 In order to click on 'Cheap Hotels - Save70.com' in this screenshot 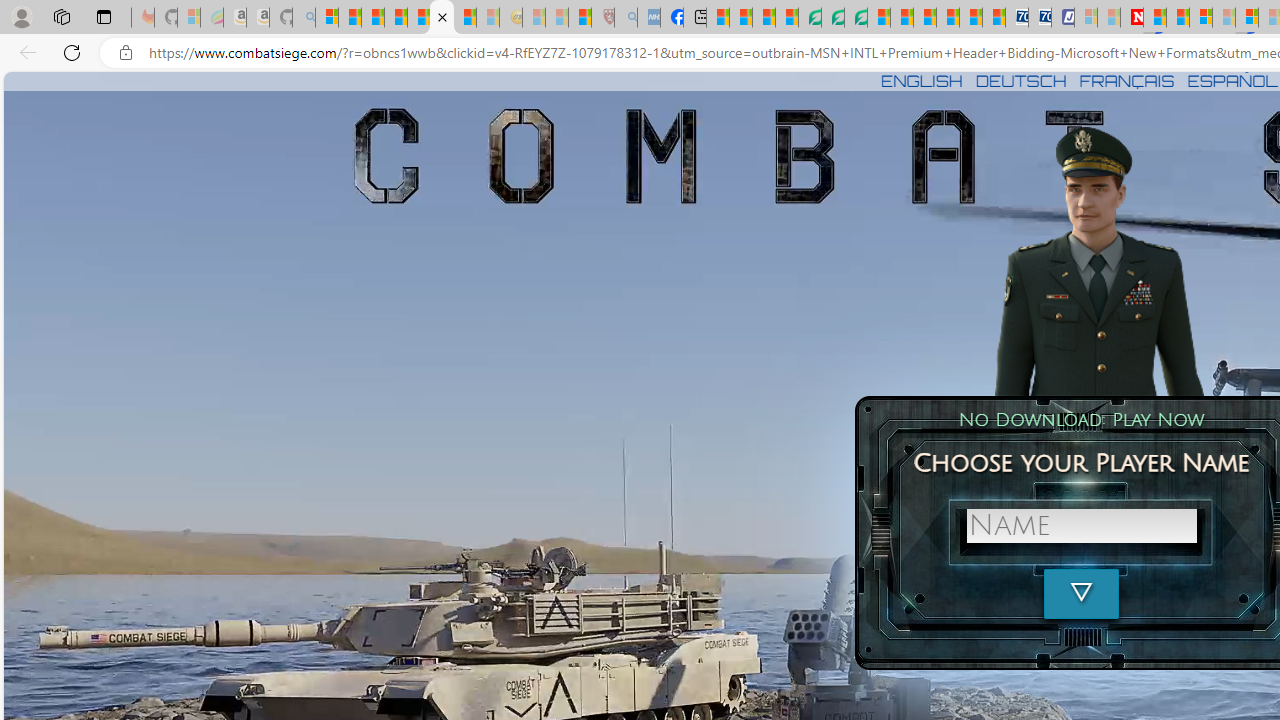, I will do `click(1040, 17)`.